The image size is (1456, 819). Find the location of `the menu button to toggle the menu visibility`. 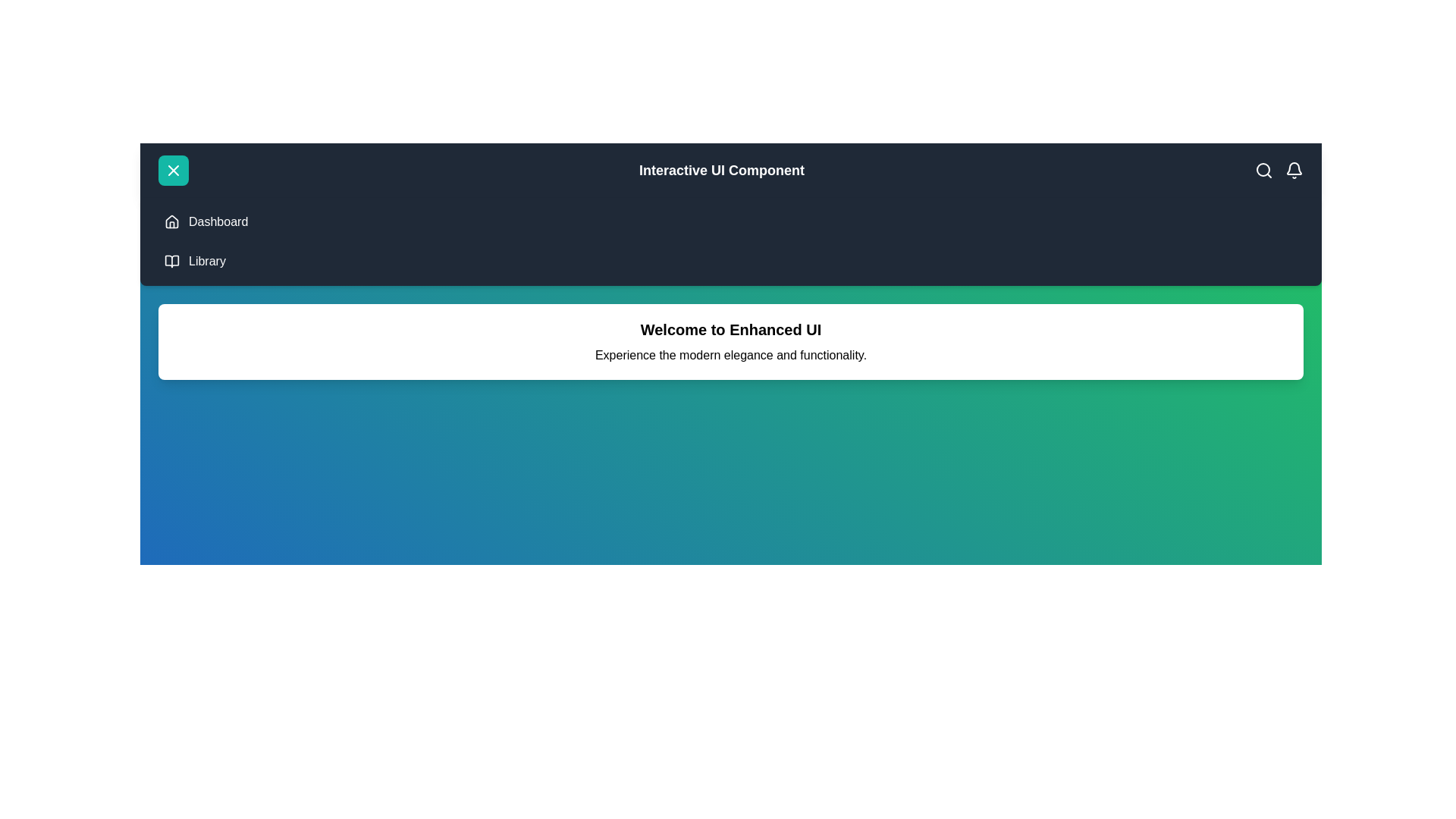

the menu button to toggle the menu visibility is located at coordinates (174, 170).